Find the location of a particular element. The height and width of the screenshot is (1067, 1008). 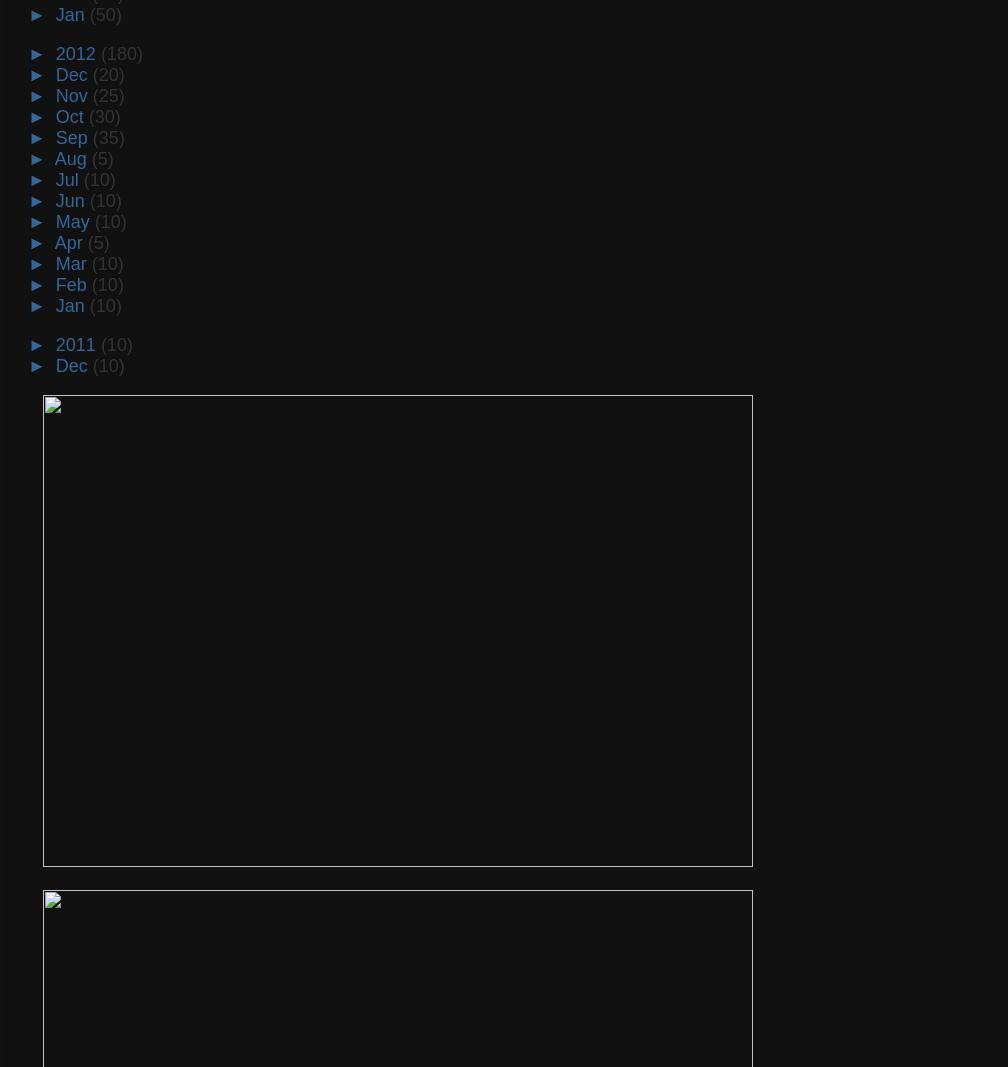

'Feb' is located at coordinates (72, 284).